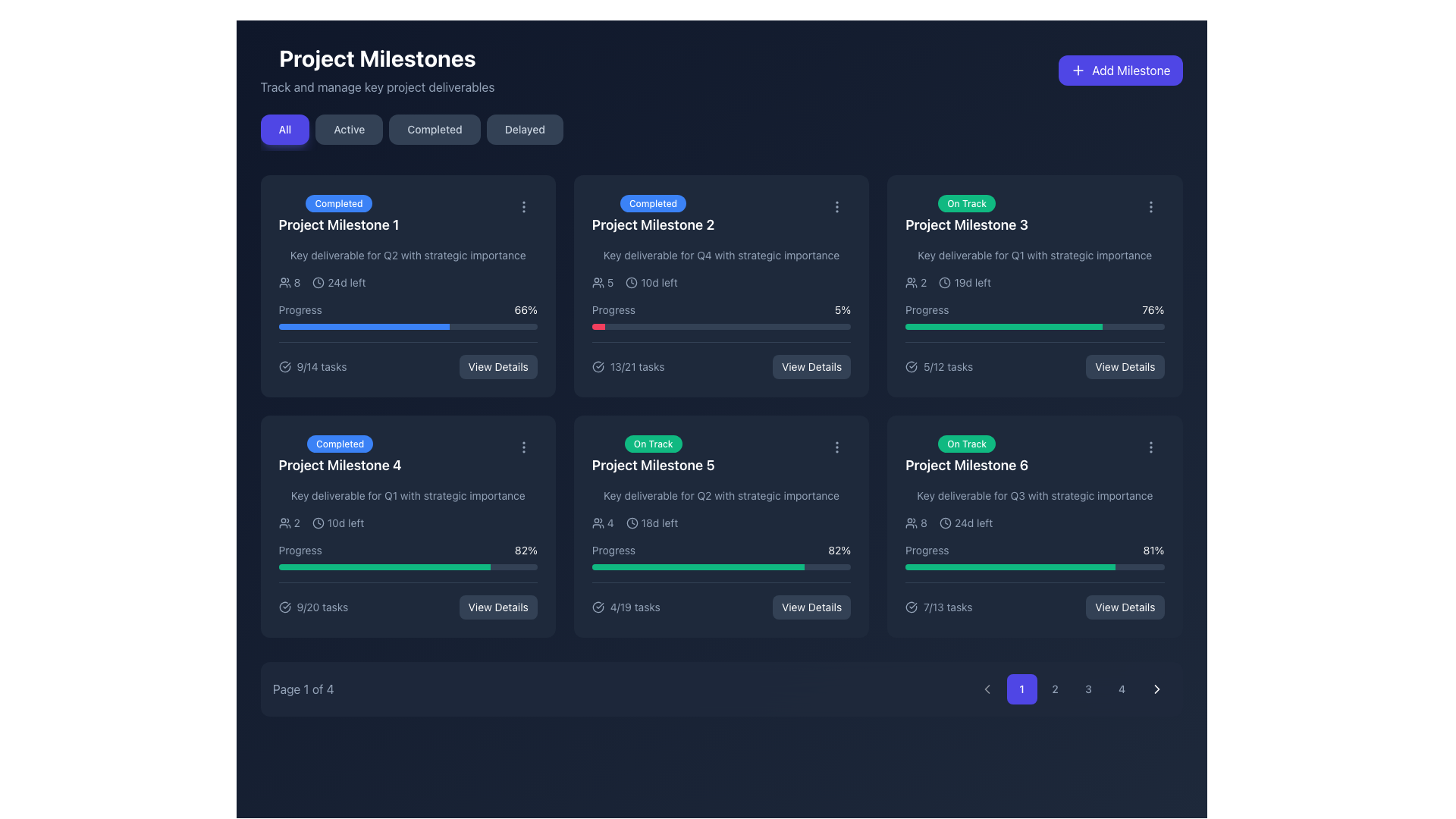 The image size is (1456, 819). Describe the element at coordinates (628, 366) in the screenshot. I see `the Information label with icon that displays the current status of completed versus total tasks for 'Project Milestone 2', located below the progress bar and to the left of the 'View Details' button` at that location.